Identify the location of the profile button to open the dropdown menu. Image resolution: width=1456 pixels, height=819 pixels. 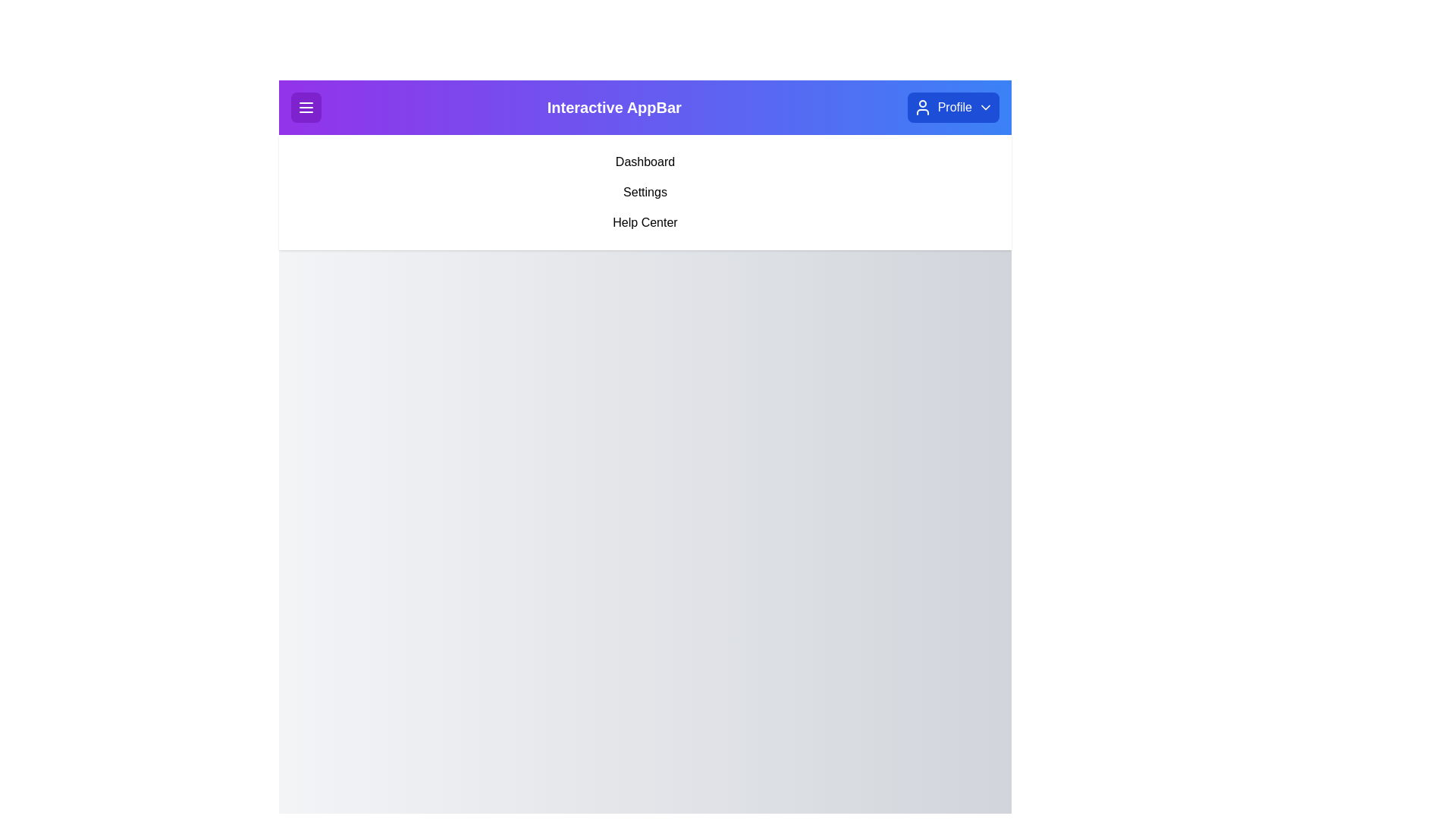
(952, 107).